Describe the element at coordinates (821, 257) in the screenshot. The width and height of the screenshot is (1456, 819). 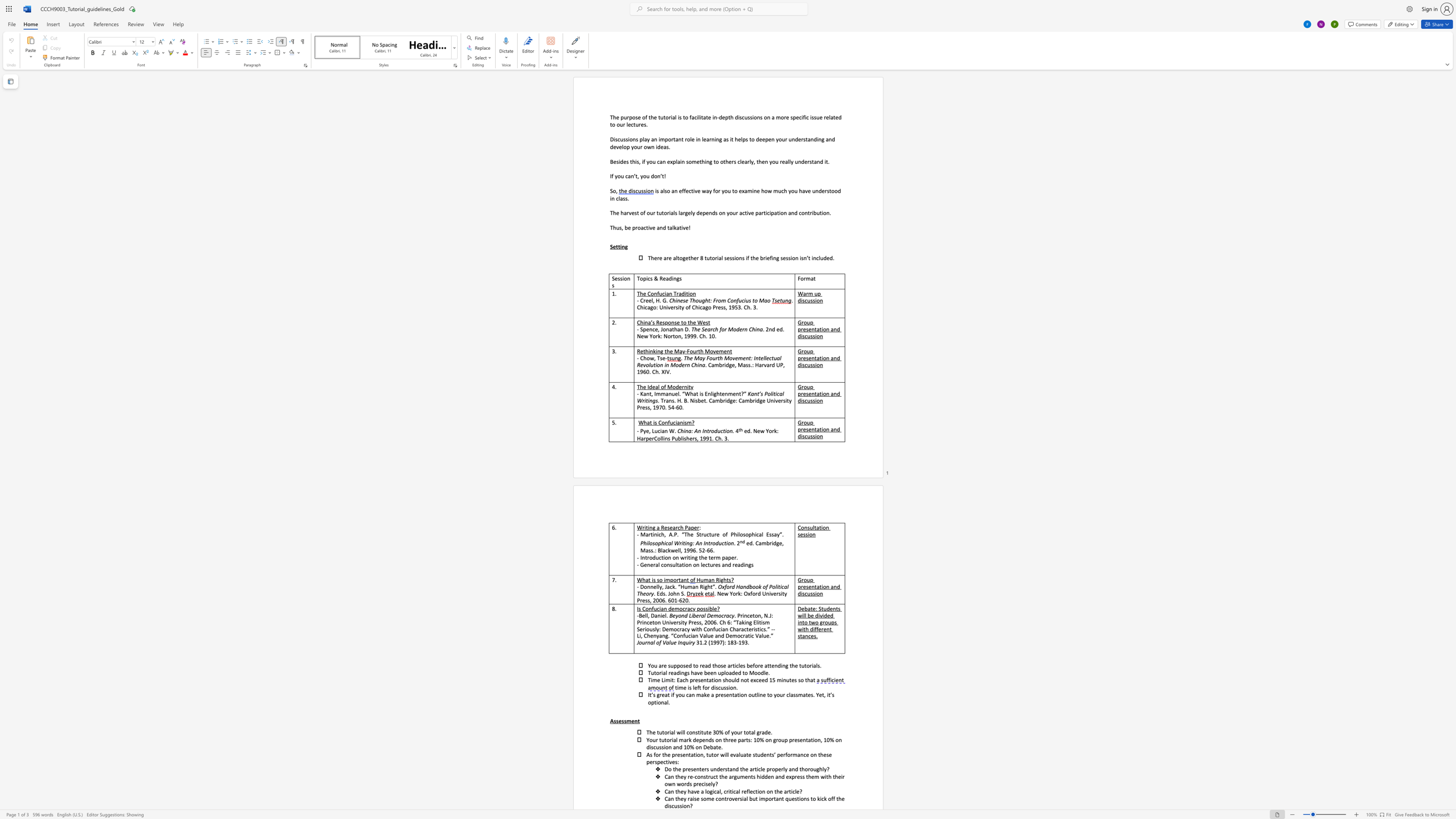
I see `the 1th character "u" in the text` at that location.